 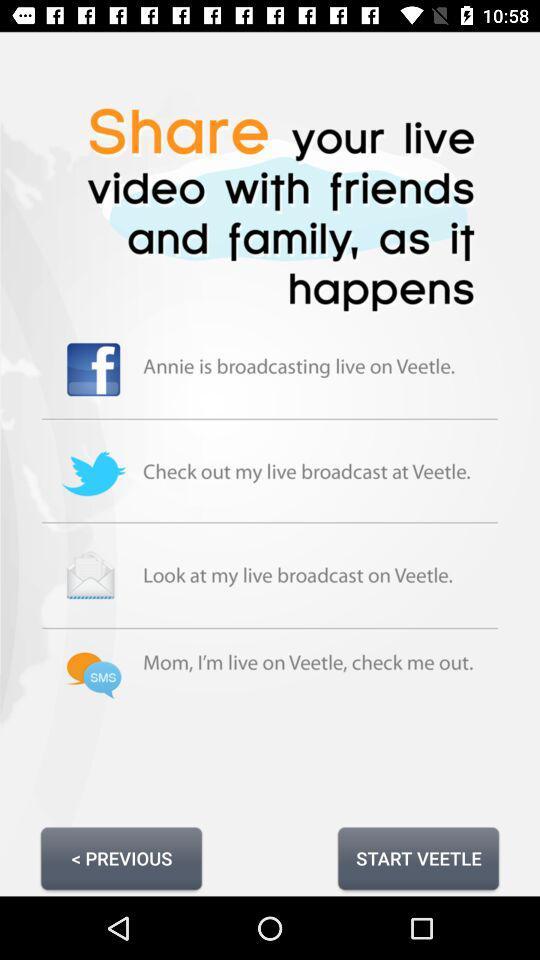 What do you see at coordinates (417, 857) in the screenshot?
I see `item next to < previous` at bounding box center [417, 857].